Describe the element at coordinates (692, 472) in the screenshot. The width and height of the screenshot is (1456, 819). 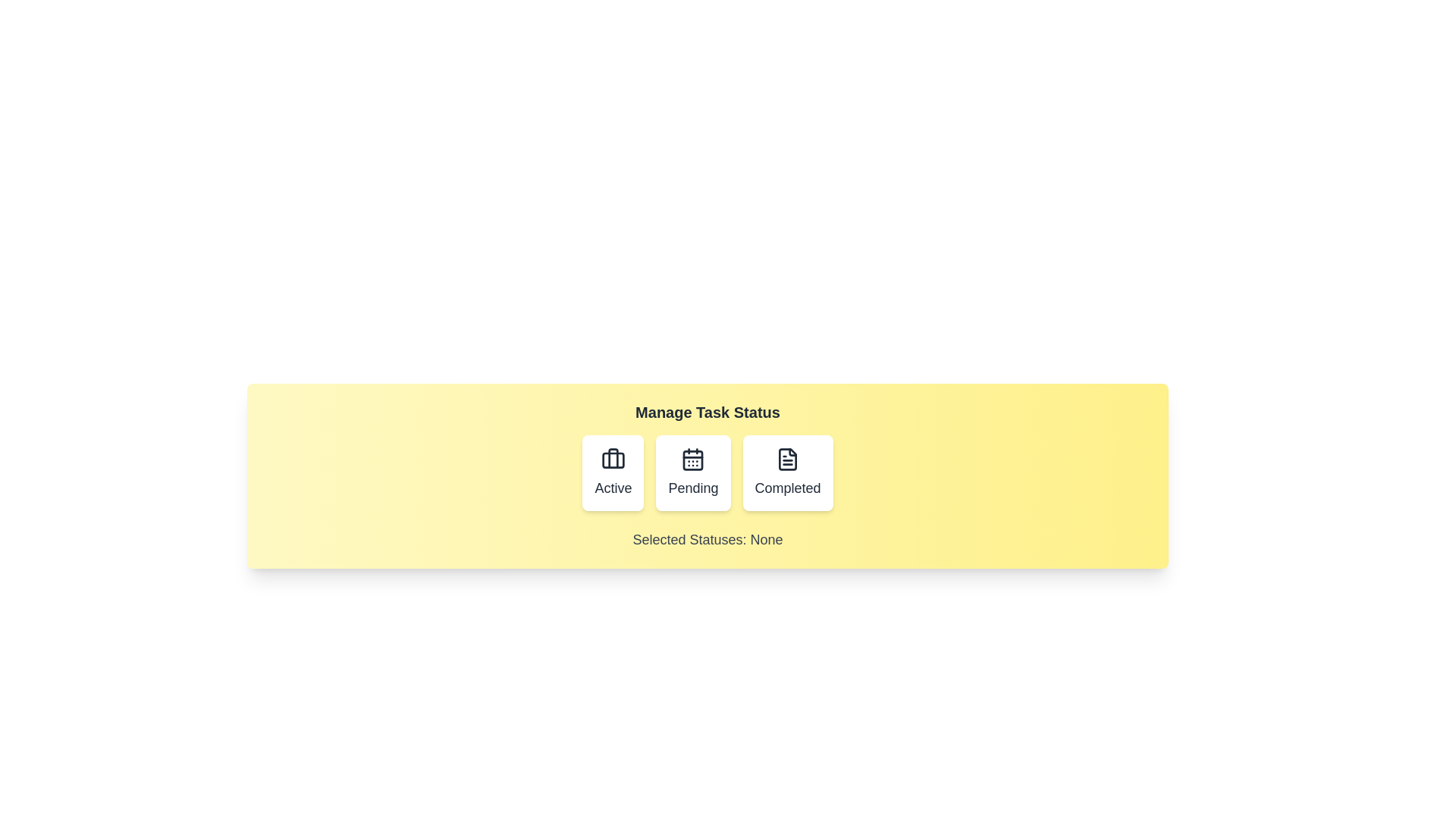
I see `the 'Pending' button to toggle its selection` at that location.